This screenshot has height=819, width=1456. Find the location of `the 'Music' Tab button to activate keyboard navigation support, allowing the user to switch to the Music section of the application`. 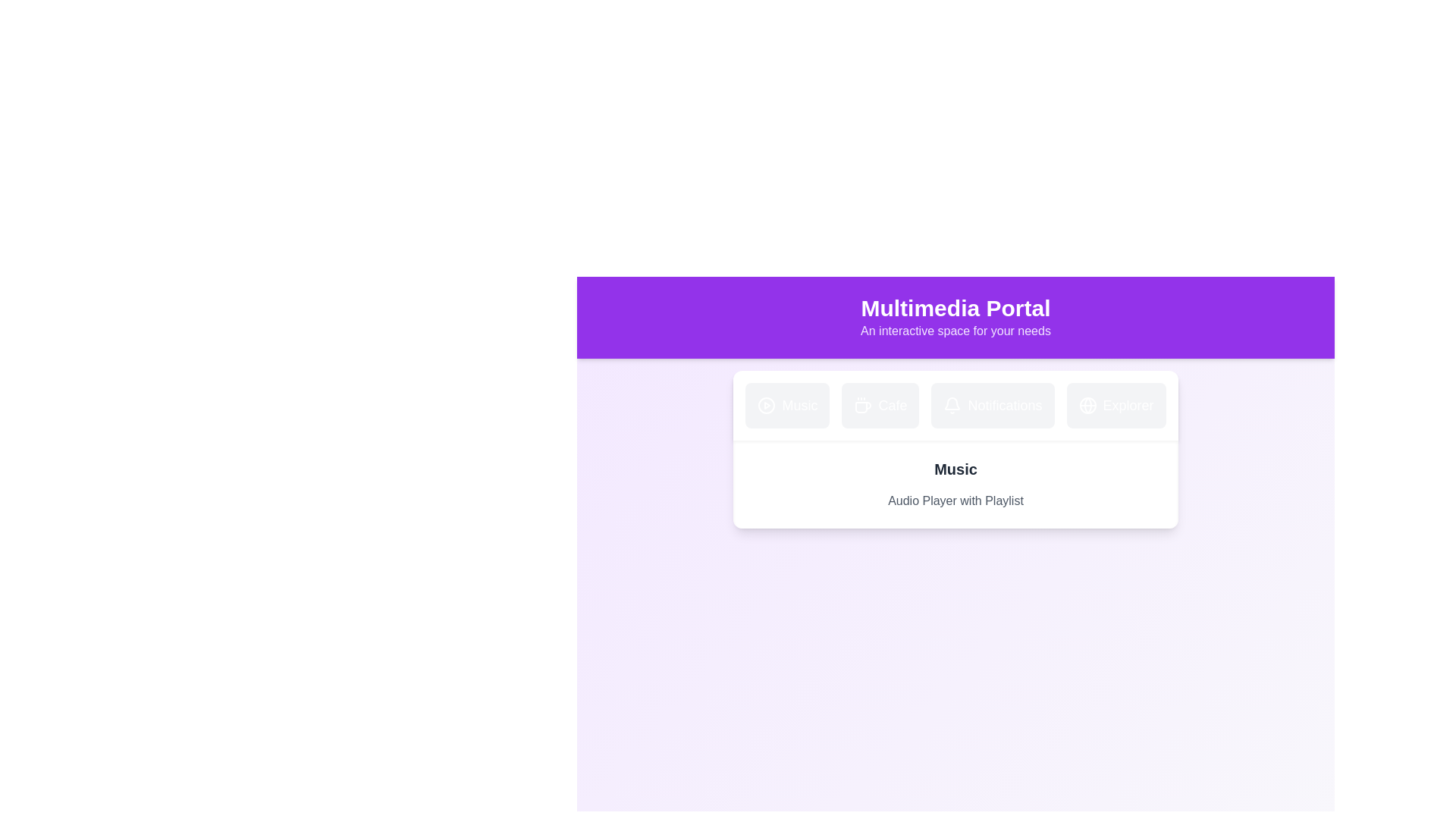

the 'Music' Tab button to activate keyboard navigation support, allowing the user to switch to the Music section of the application is located at coordinates (787, 405).